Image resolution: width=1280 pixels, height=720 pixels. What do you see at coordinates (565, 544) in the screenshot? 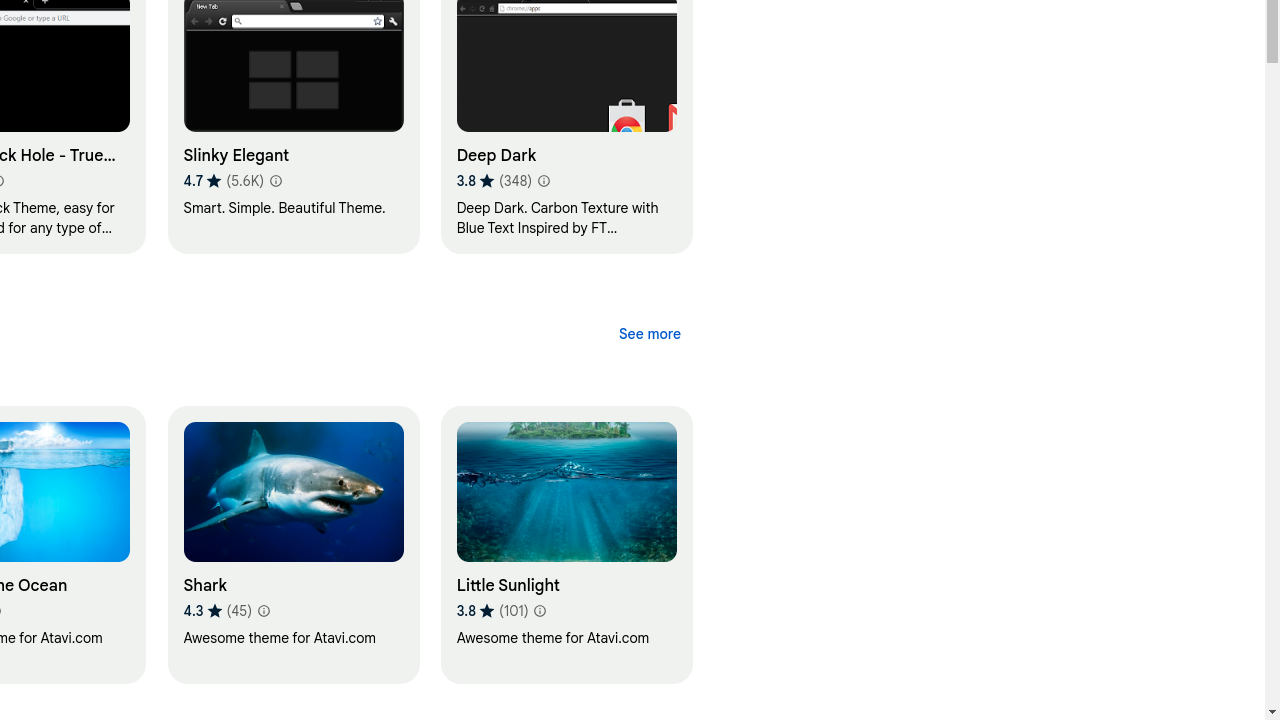
I see `'Little Sunlight'` at bounding box center [565, 544].